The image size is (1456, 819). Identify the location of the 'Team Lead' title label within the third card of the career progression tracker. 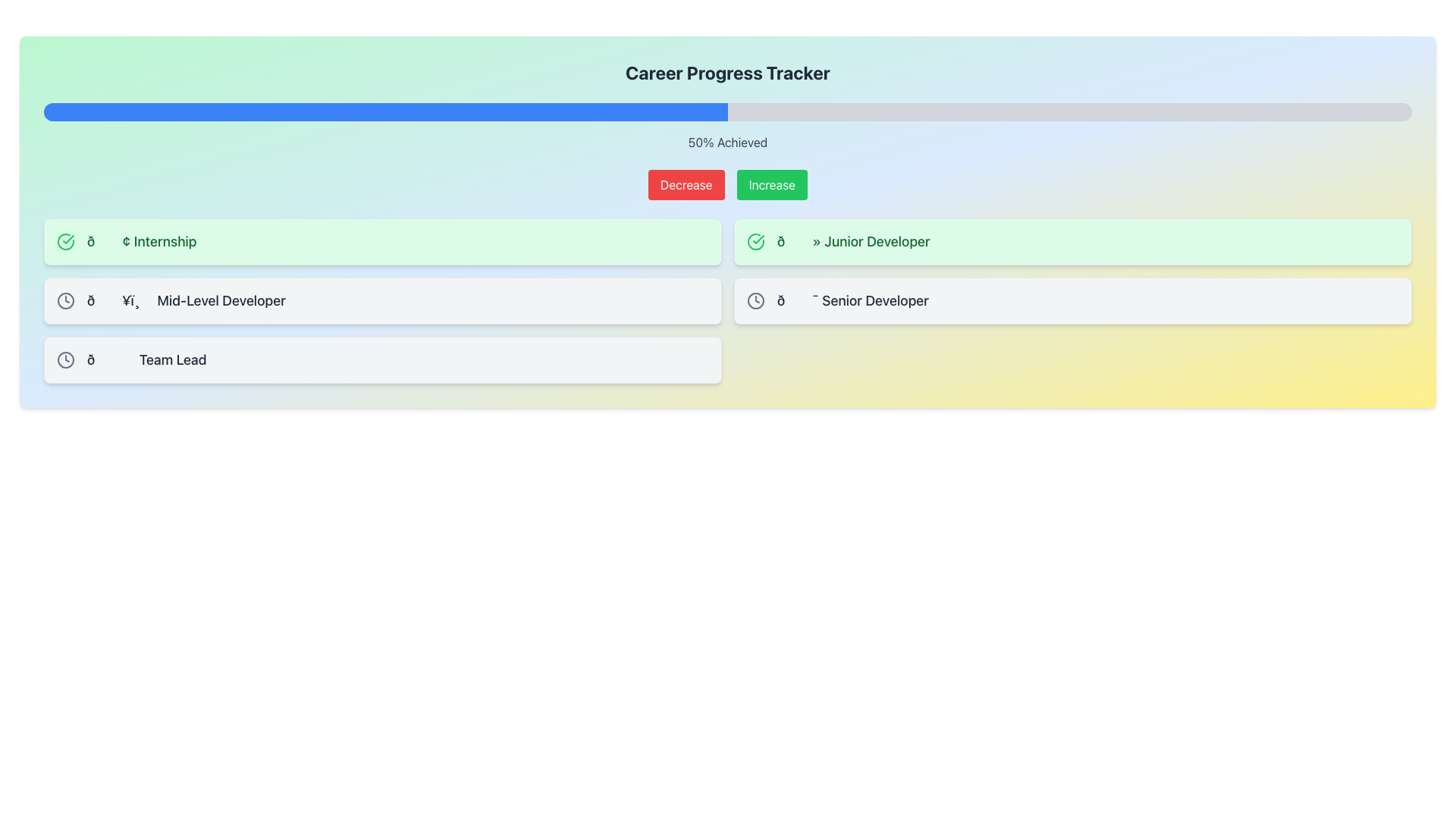
(146, 359).